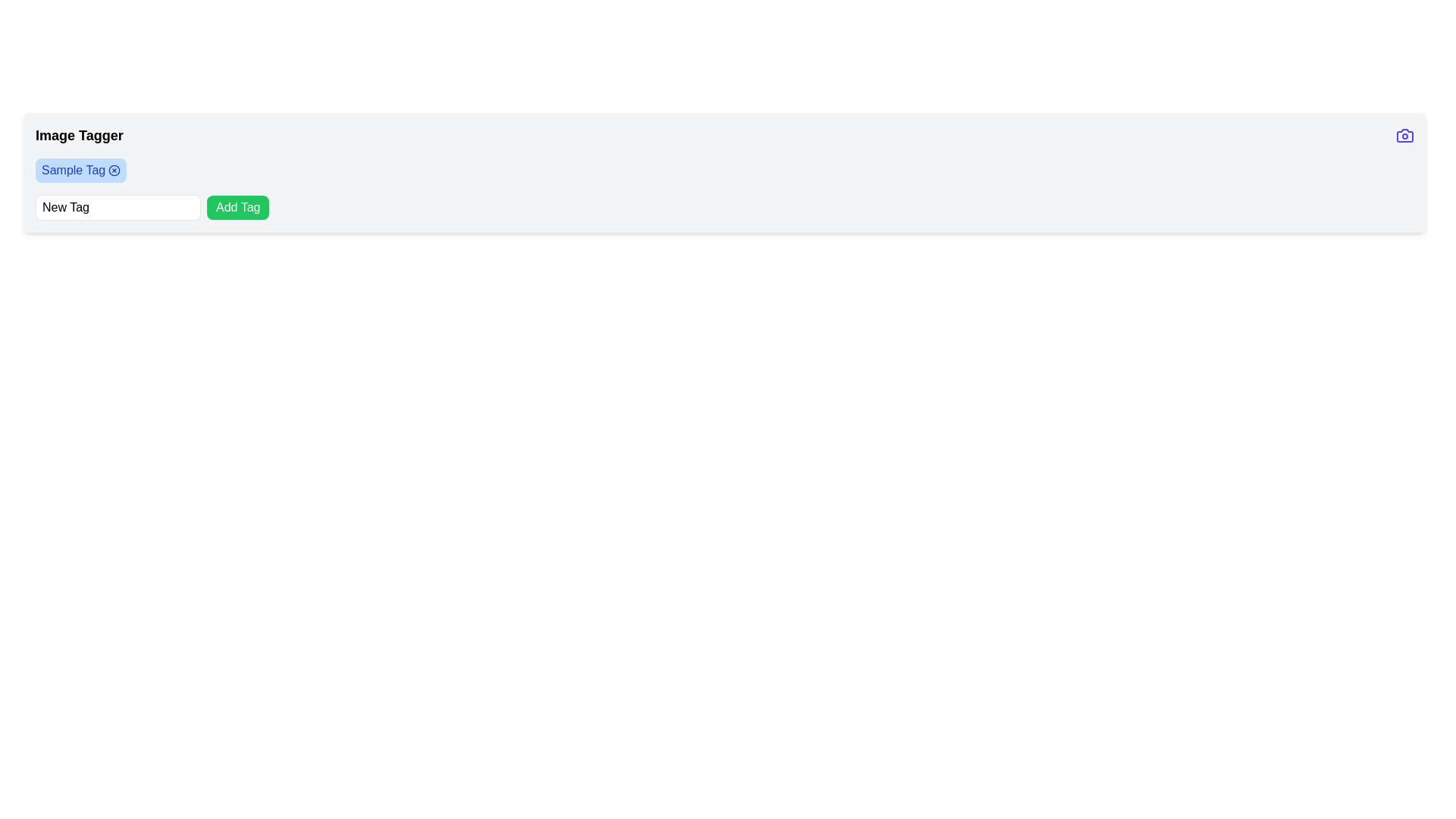 This screenshot has height=819, width=1456. What do you see at coordinates (114, 170) in the screenshot?
I see `the circular close button with an 'X' icon` at bounding box center [114, 170].